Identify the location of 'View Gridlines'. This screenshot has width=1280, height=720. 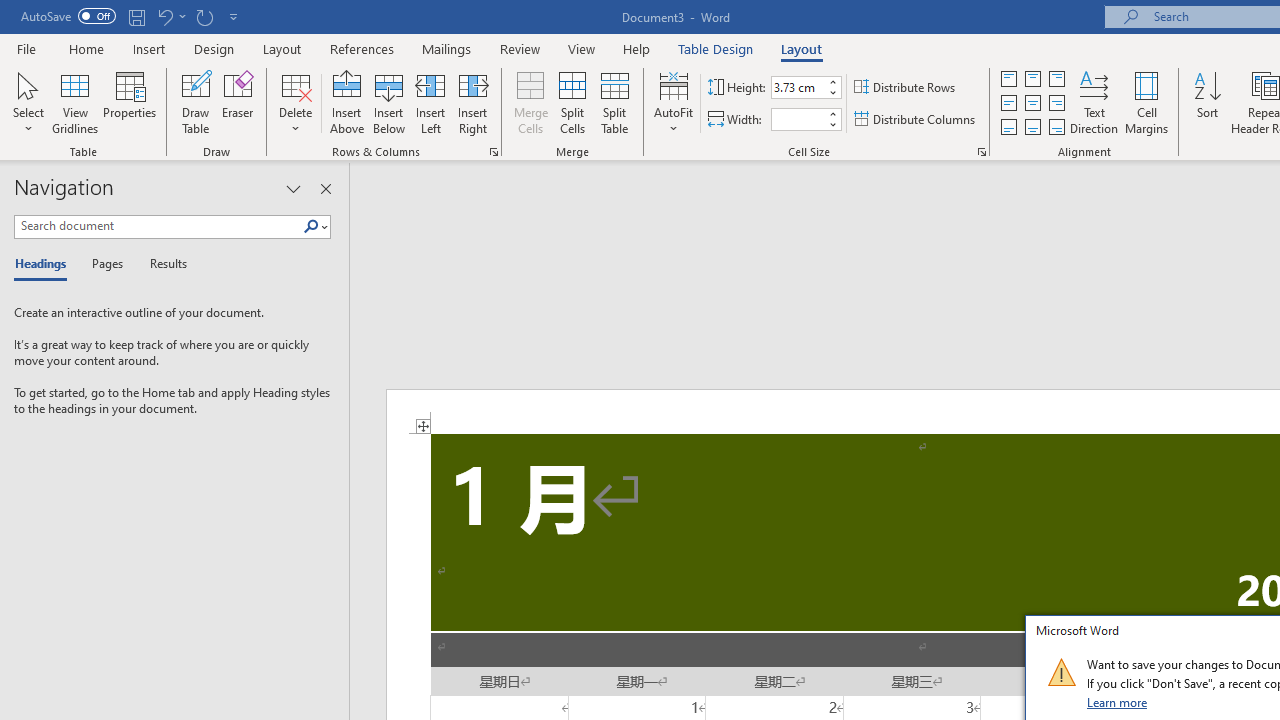
(75, 103).